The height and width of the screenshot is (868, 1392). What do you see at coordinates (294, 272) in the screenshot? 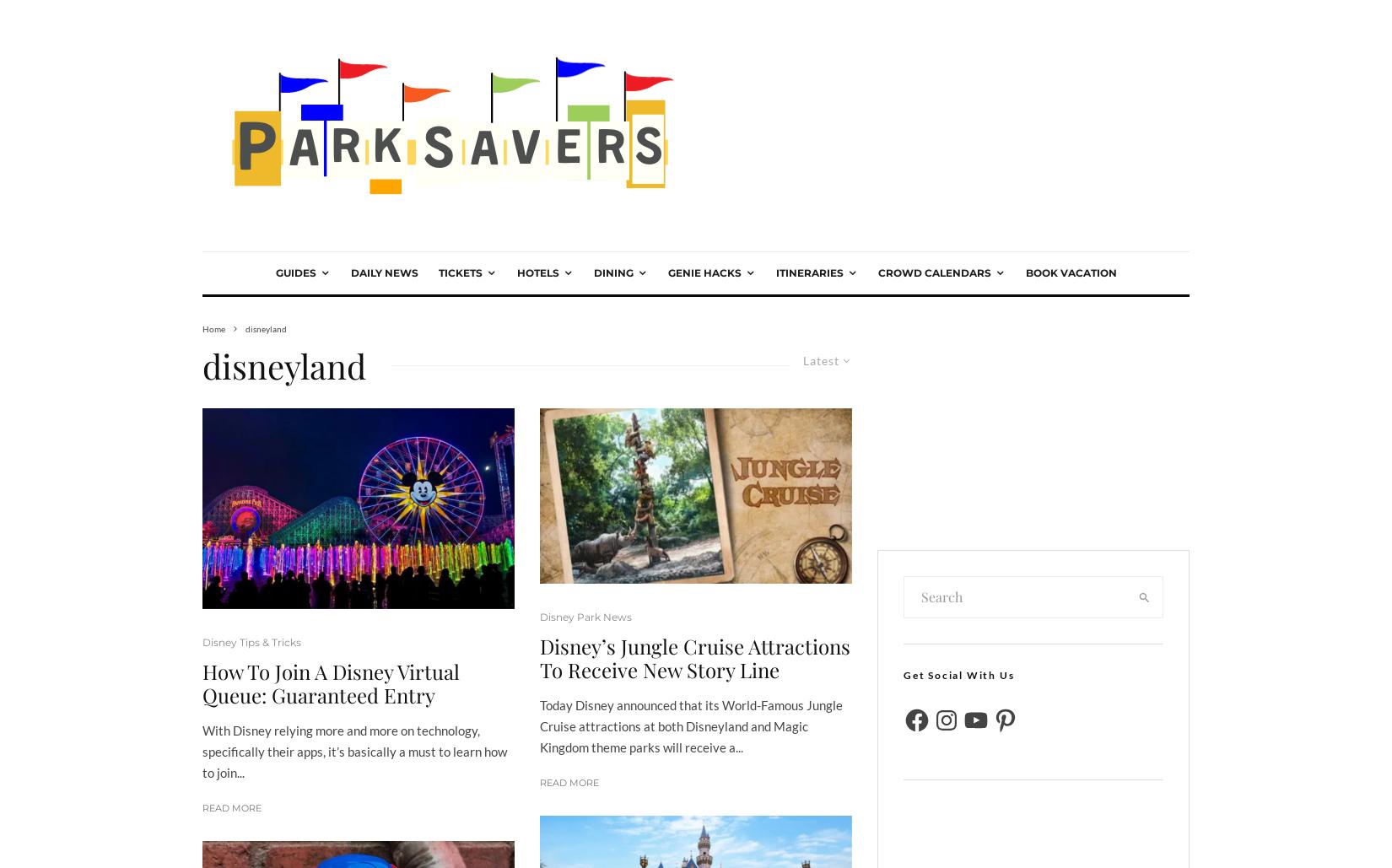
I see `'Guides'` at bounding box center [294, 272].